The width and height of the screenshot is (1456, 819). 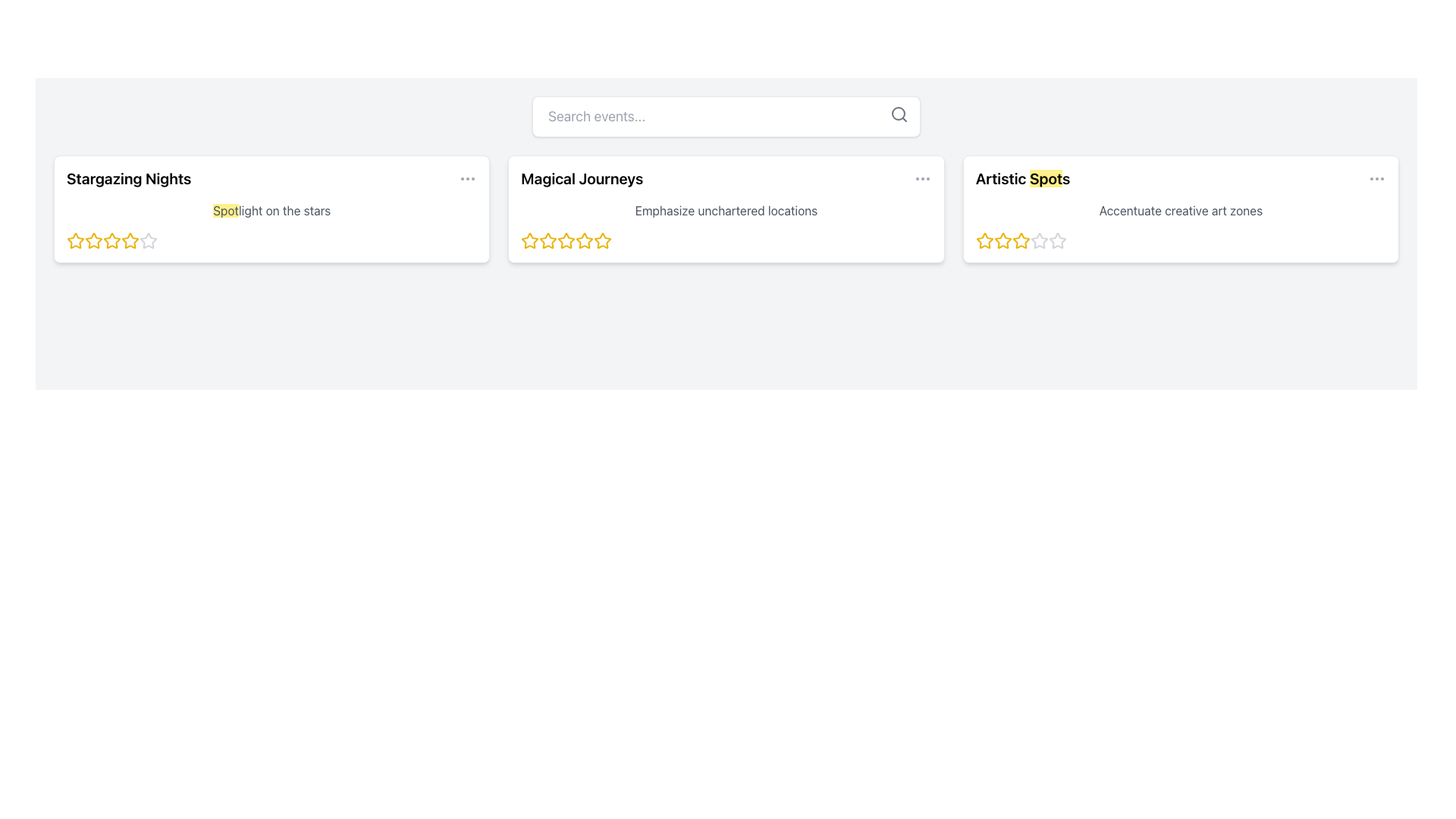 What do you see at coordinates (581, 177) in the screenshot?
I see `the text label that serves as the title or headline of the second card in a row of three cards, located in the main content area` at bounding box center [581, 177].